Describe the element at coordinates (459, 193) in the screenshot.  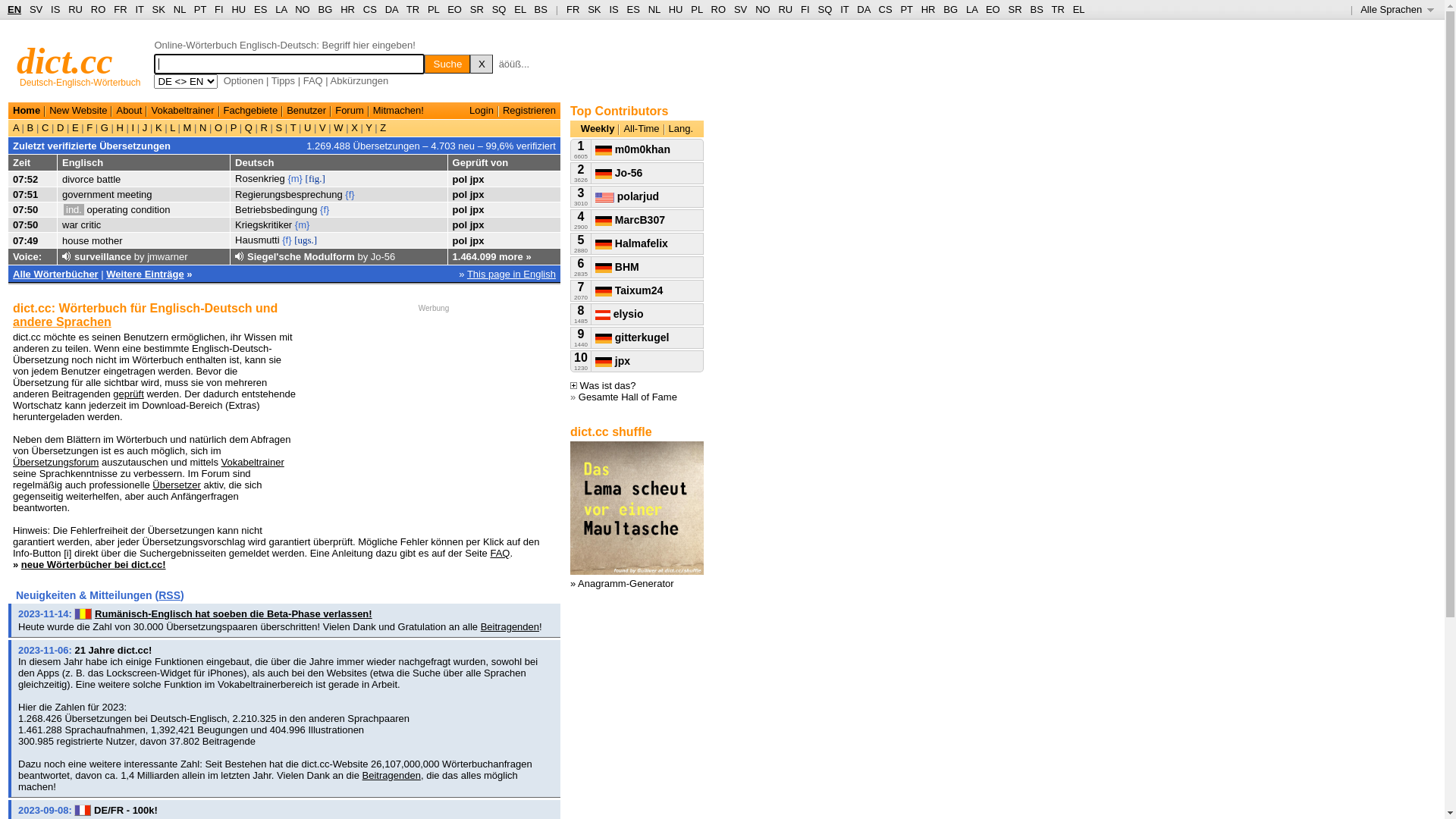
I see `'pol'` at that location.